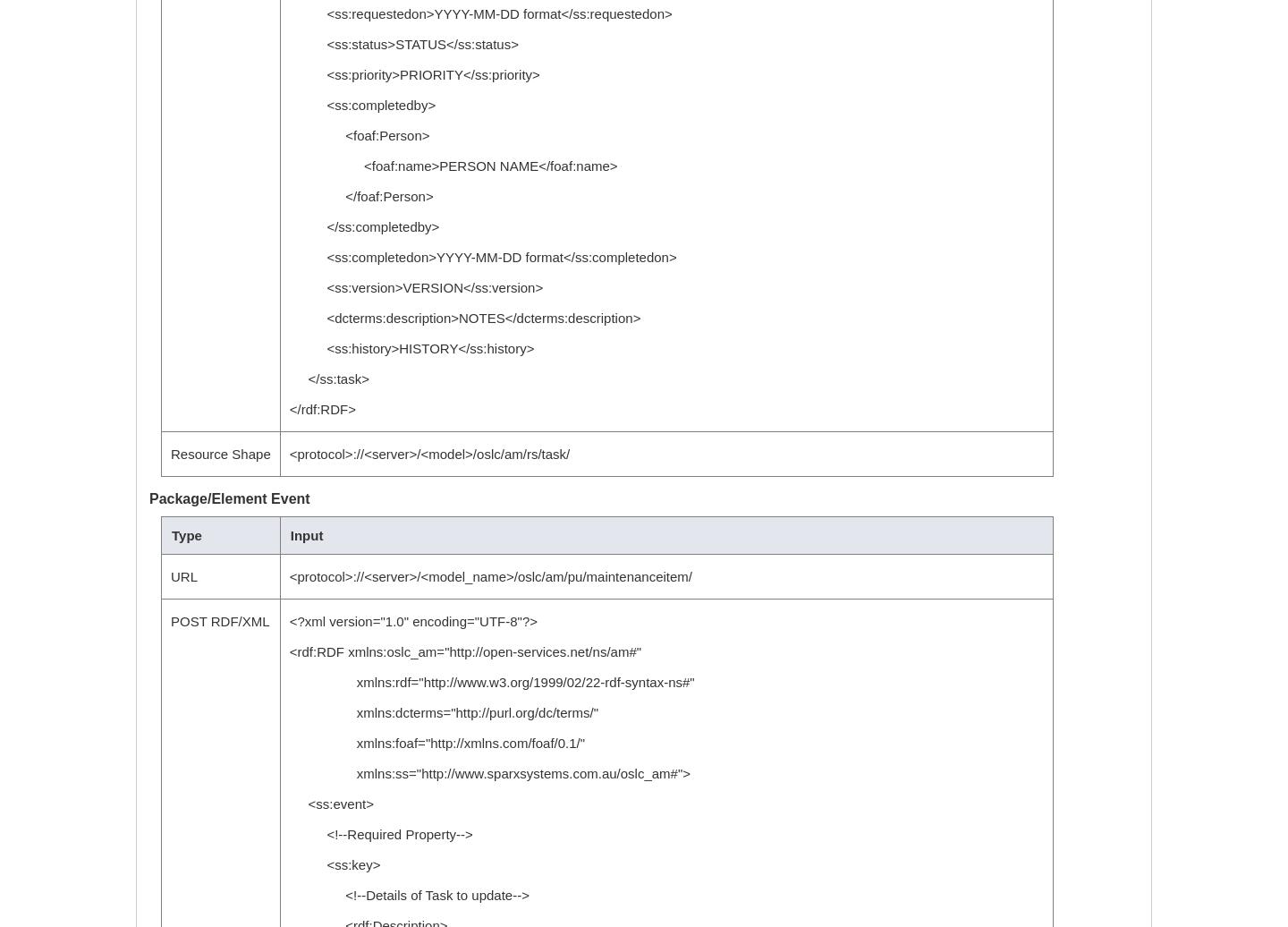  What do you see at coordinates (479, 13) in the screenshot?
I see `'<ss:requestedon>YYYY-MM-DD format</ss:requestedon>'` at bounding box center [479, 13].